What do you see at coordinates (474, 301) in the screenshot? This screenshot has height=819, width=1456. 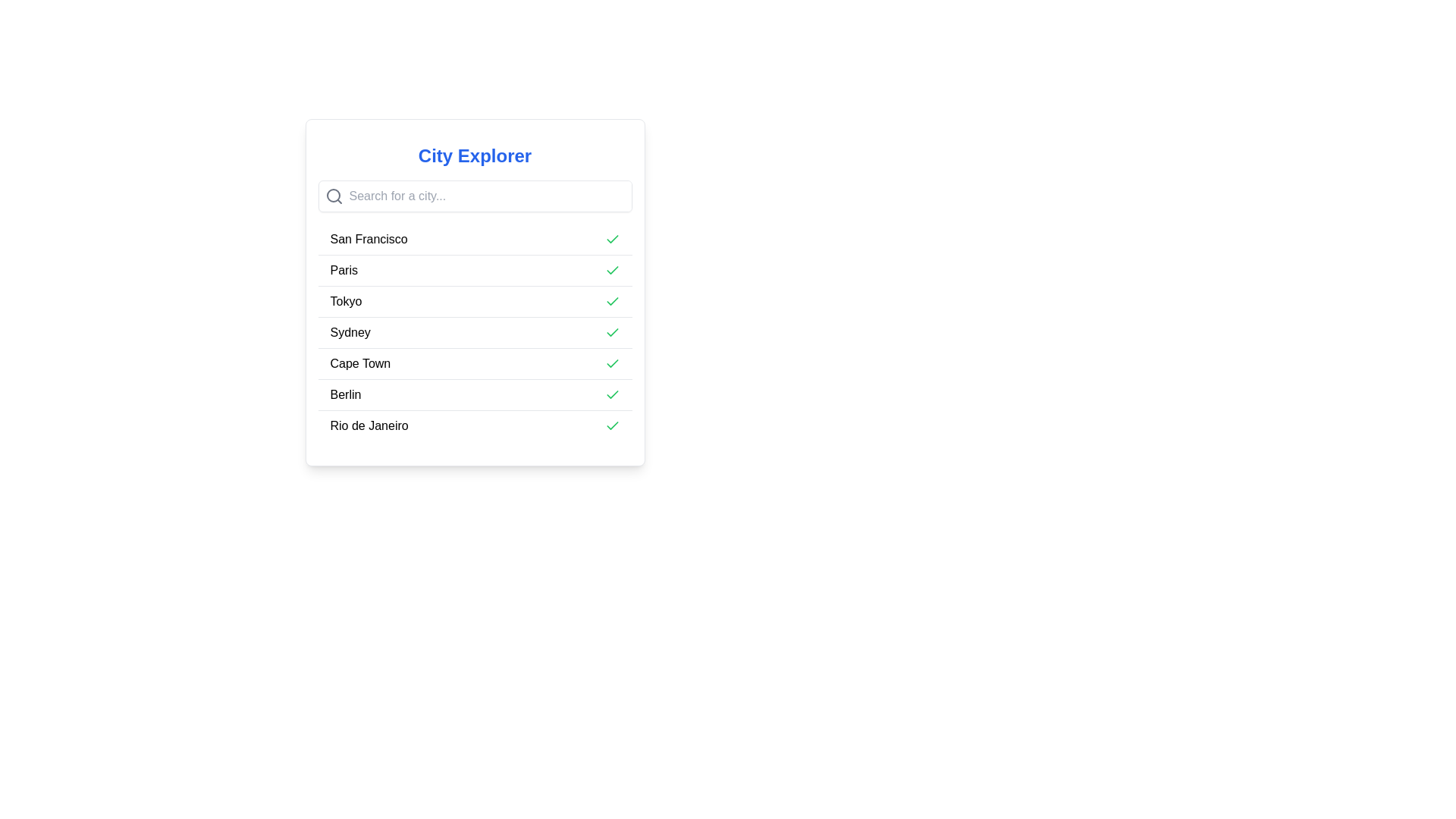 I see `the list item labeled 'Tokyo', which is the third option in the vertically stacked menu of the dialog box` at bounding box center [474, 301].